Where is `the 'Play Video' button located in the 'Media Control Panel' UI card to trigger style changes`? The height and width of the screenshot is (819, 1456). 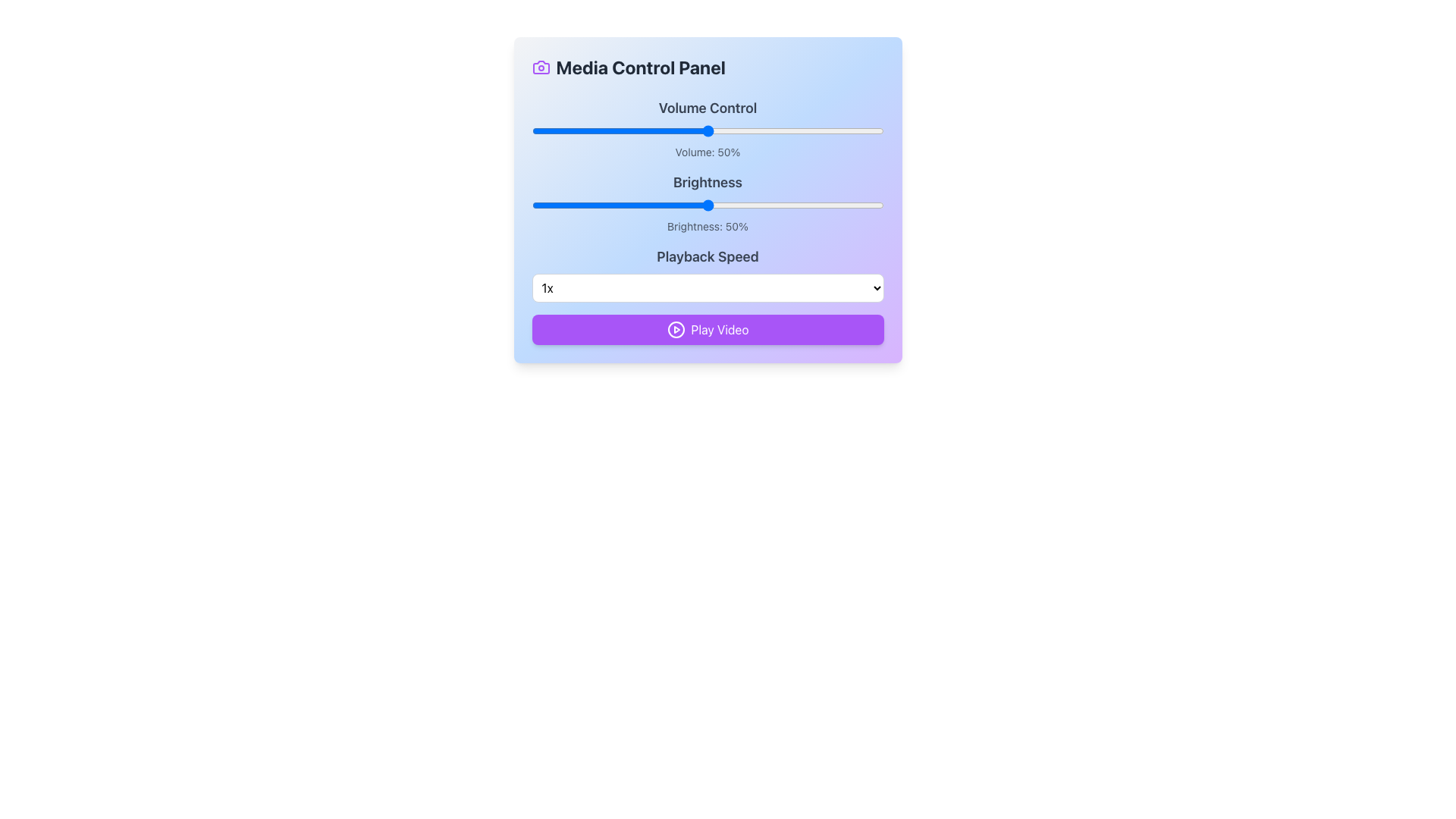 the 'Play Video' button located in the 'Media Control Panel' UI card to trigger style changes is located at coordinates (707, 329).